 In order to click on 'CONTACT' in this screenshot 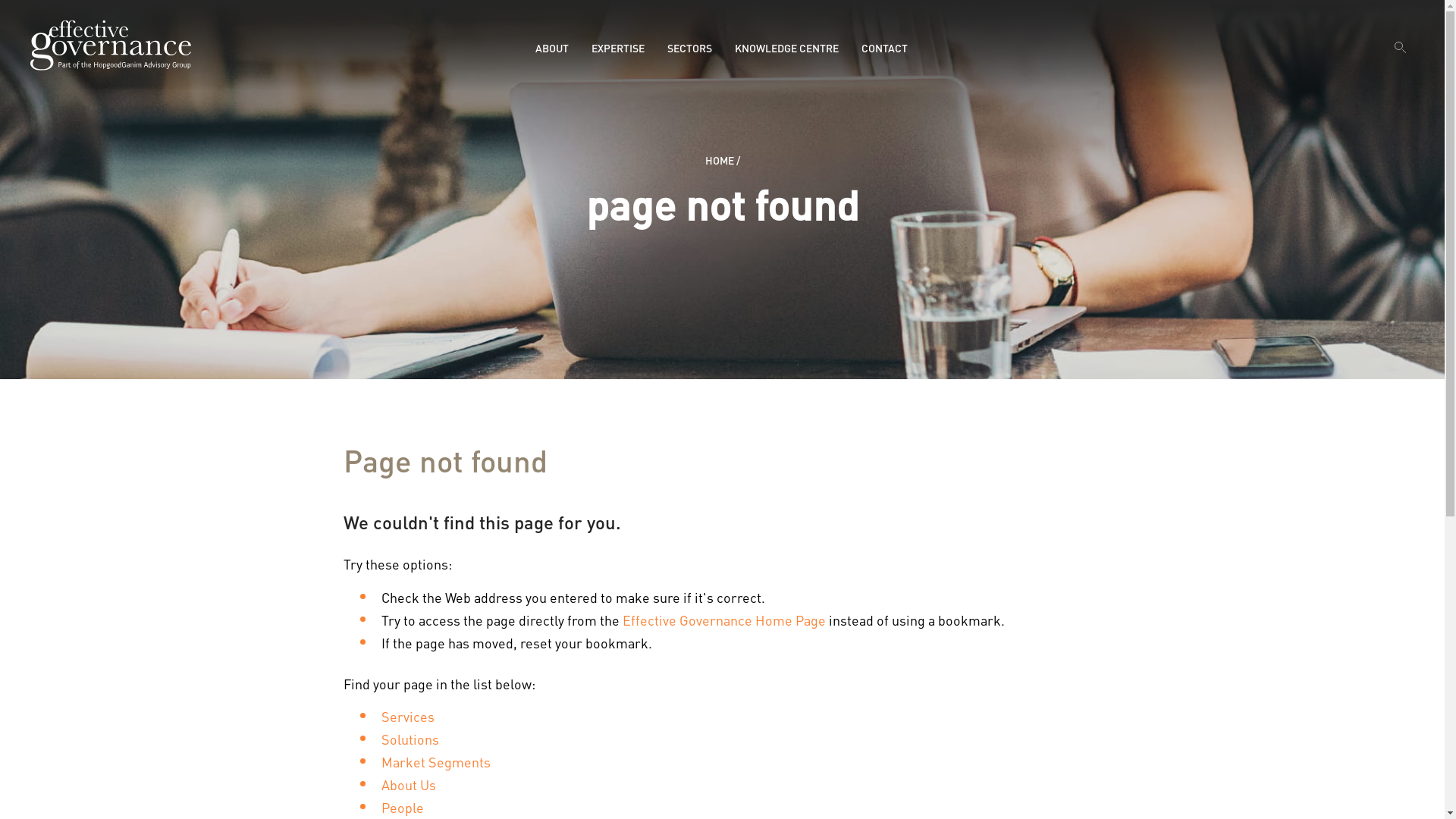, I will do `click(884, 46)`.